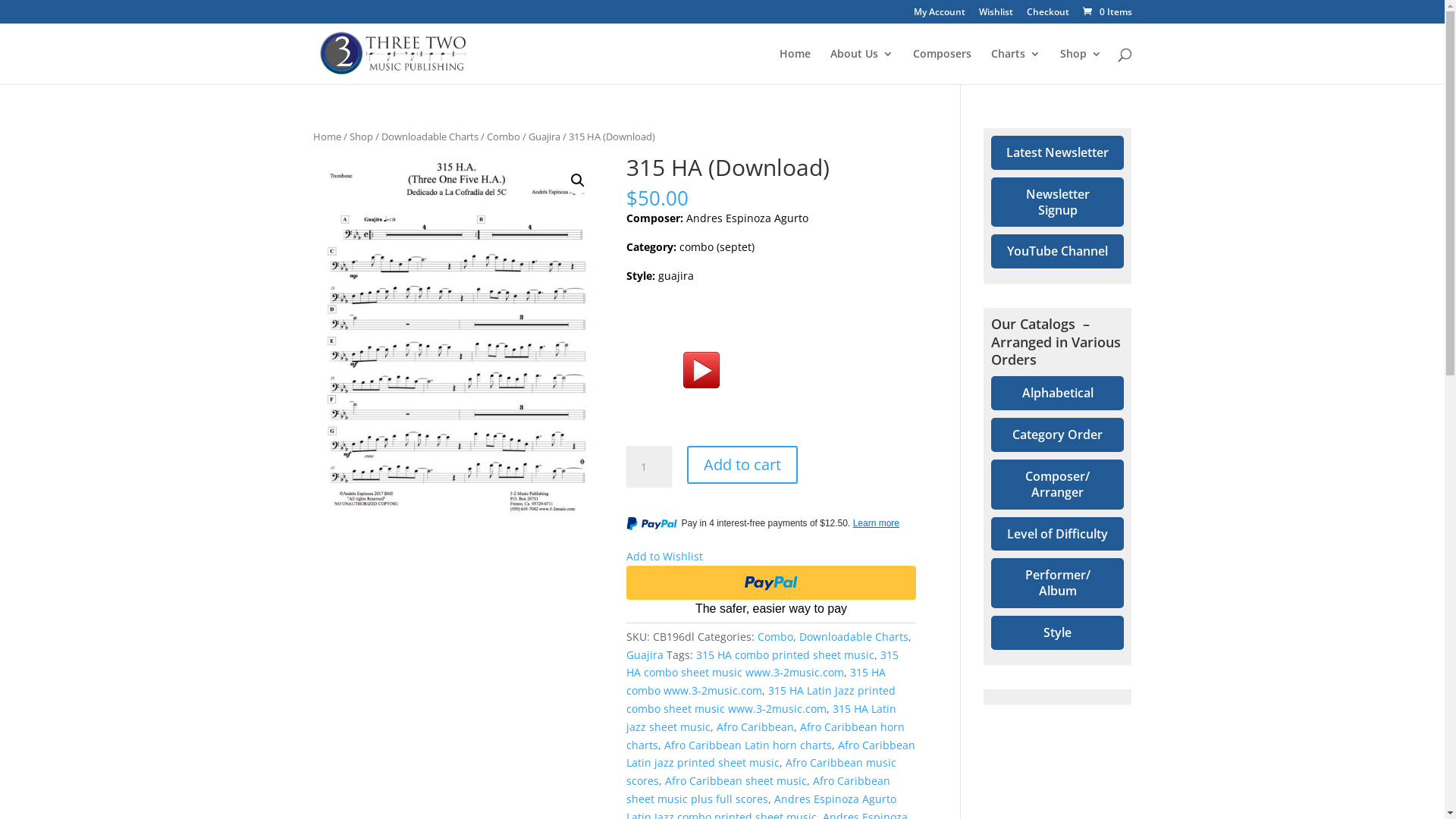  Describe the element at coordinates (761, 771) in the screenshot. I see `'Afro Caribbean music scores'` at that location.